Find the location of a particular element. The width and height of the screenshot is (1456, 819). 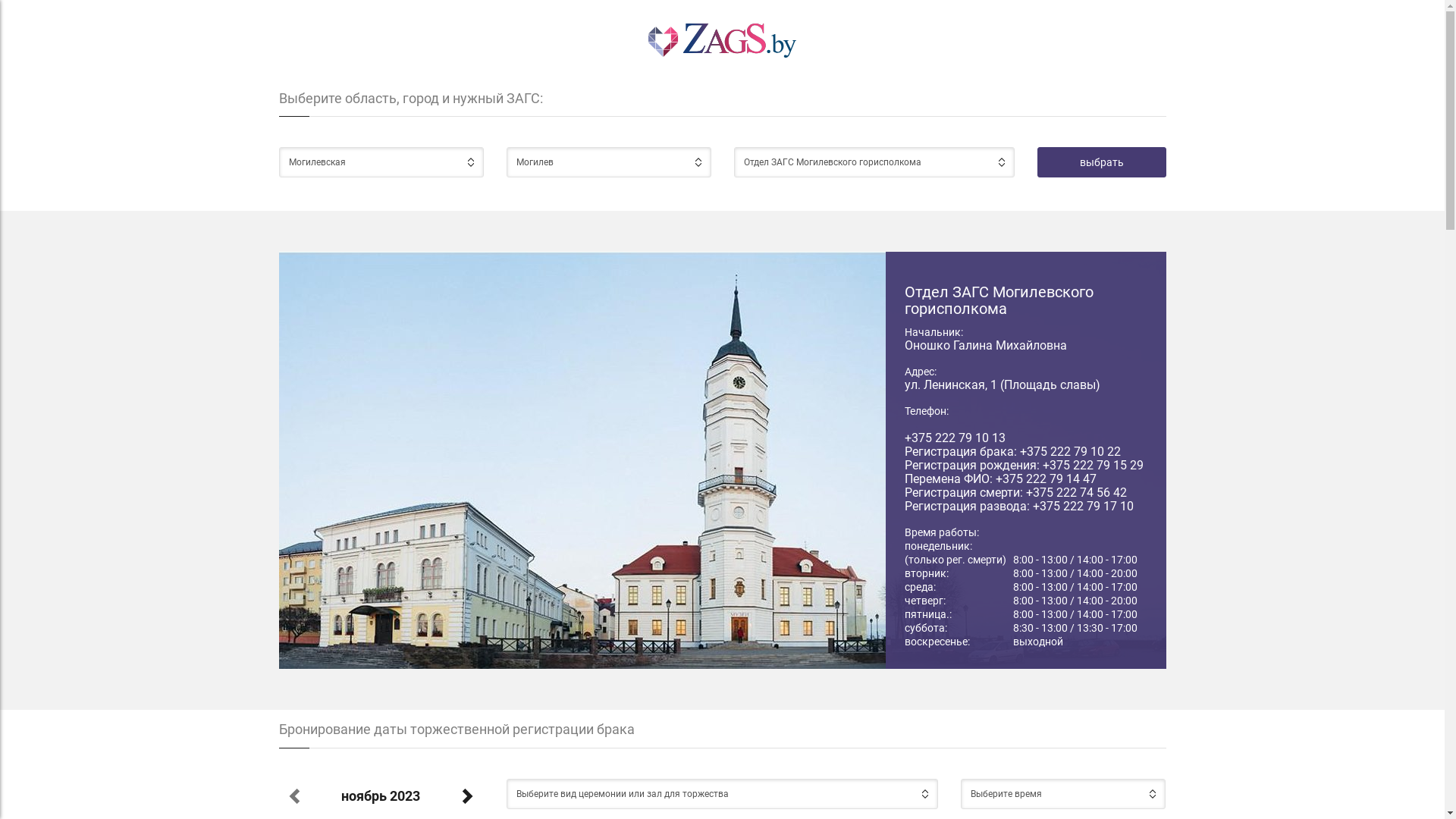

'Next Month' is located at coordinates (465, 795).